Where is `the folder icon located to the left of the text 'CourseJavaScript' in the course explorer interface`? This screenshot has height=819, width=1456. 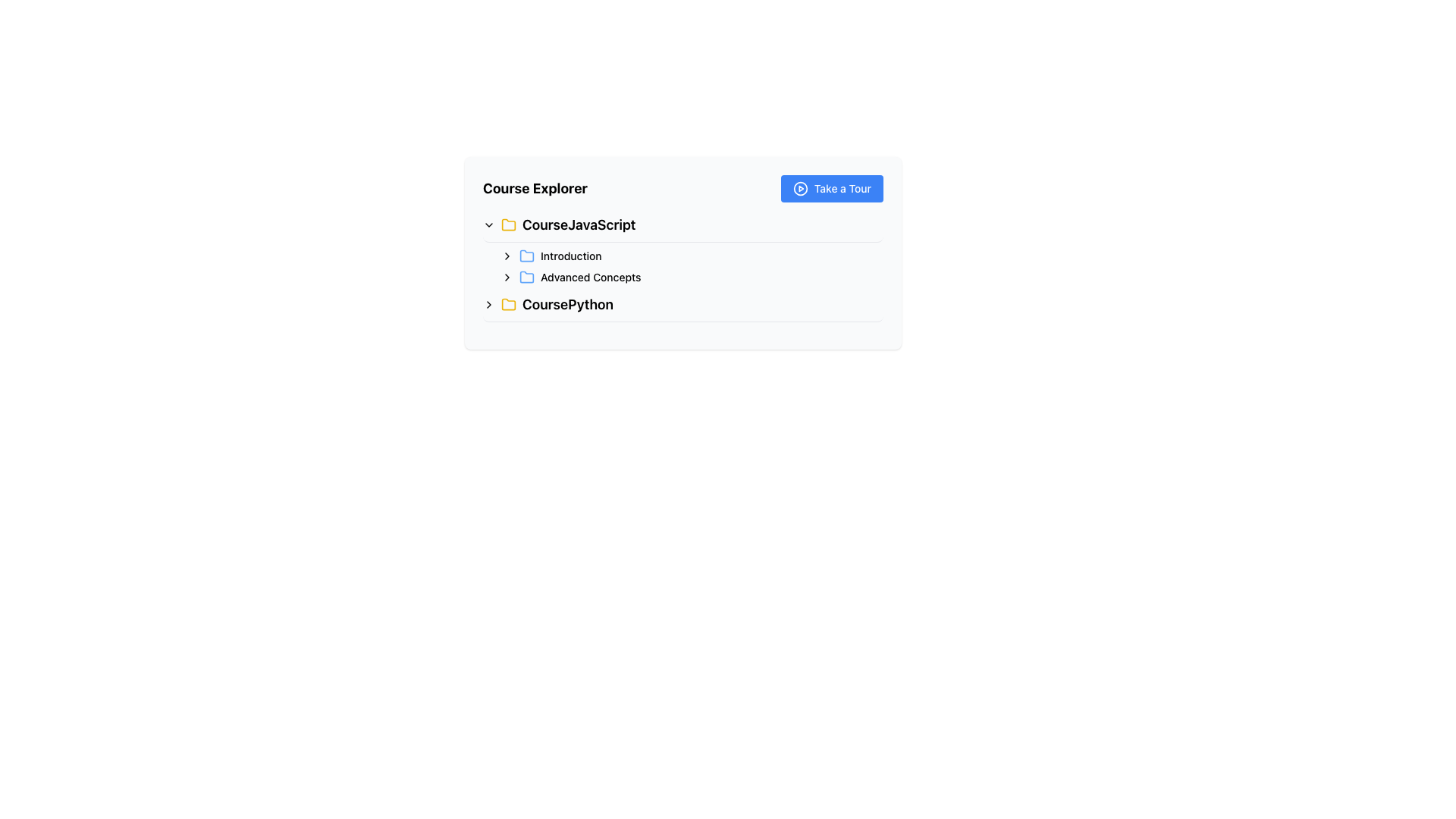 the folder icon located to the left of the text 'CourseJavaScript' in the course explorer interface is located at coordinates (509, 225).